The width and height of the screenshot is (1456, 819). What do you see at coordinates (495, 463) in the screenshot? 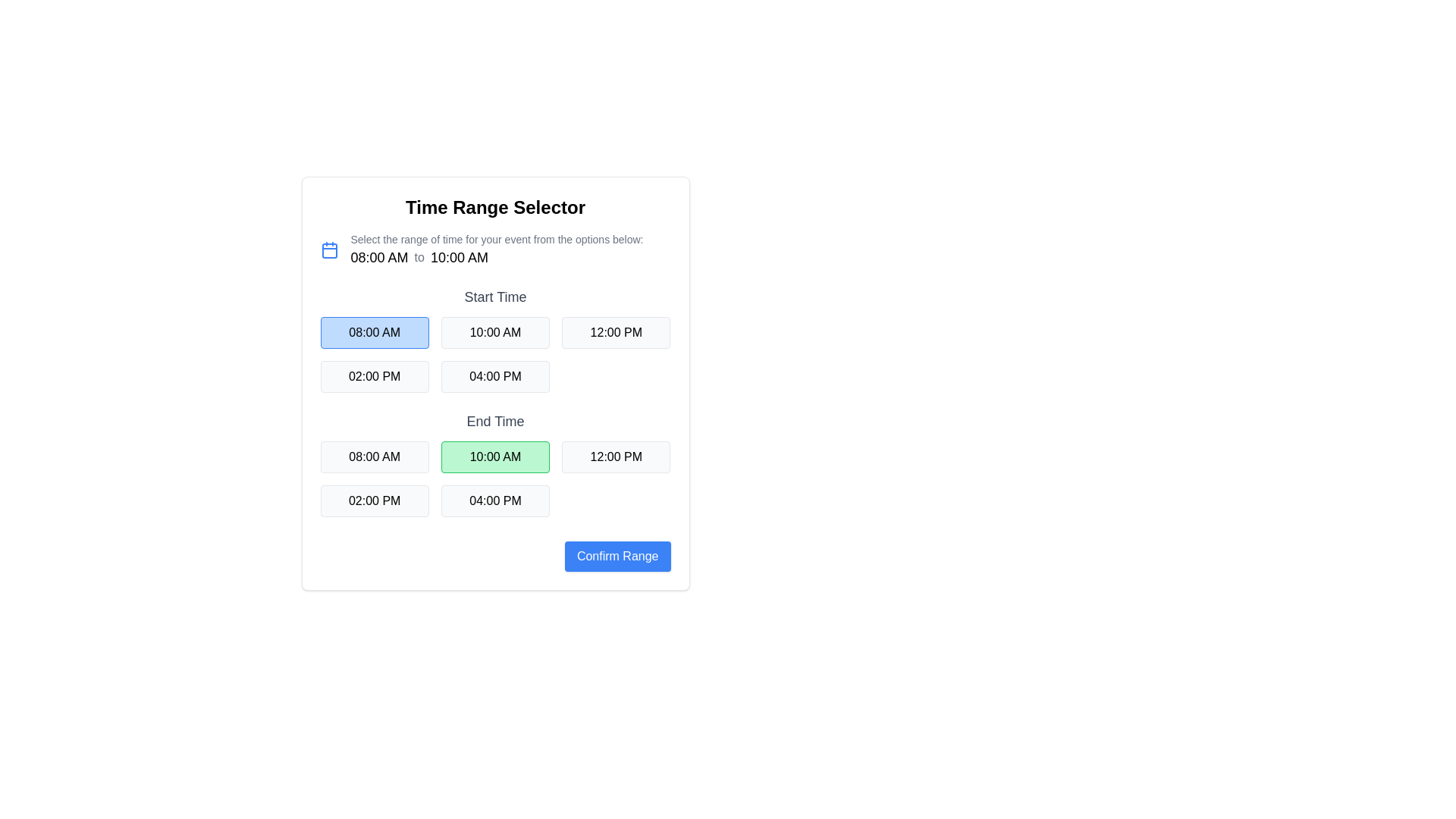
I see `the 'End Time' button marked with a green background at the second cell in the top row of the selection grid` at bounding box center [495, 463].